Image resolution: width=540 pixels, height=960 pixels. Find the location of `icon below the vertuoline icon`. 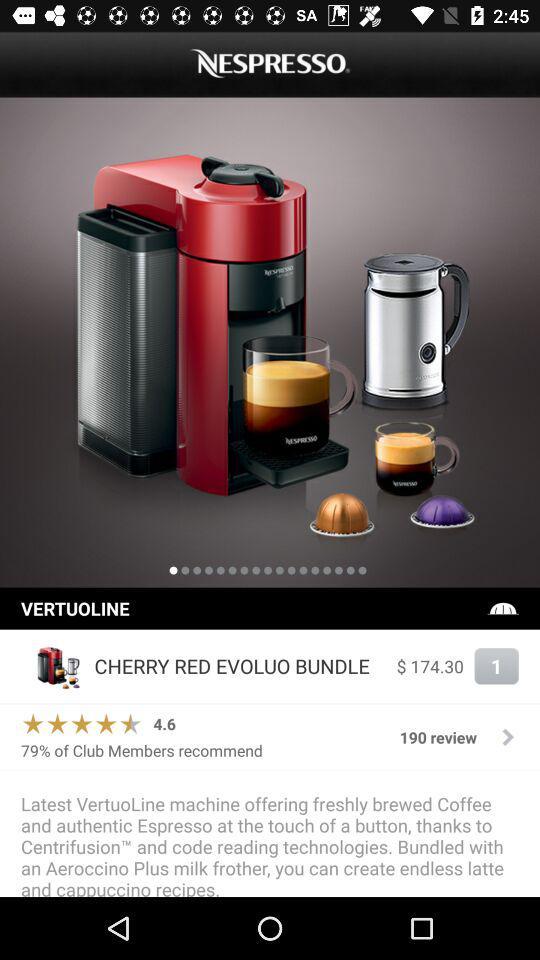

icon below the vertuoline icon is located at coordinates (52, 666).